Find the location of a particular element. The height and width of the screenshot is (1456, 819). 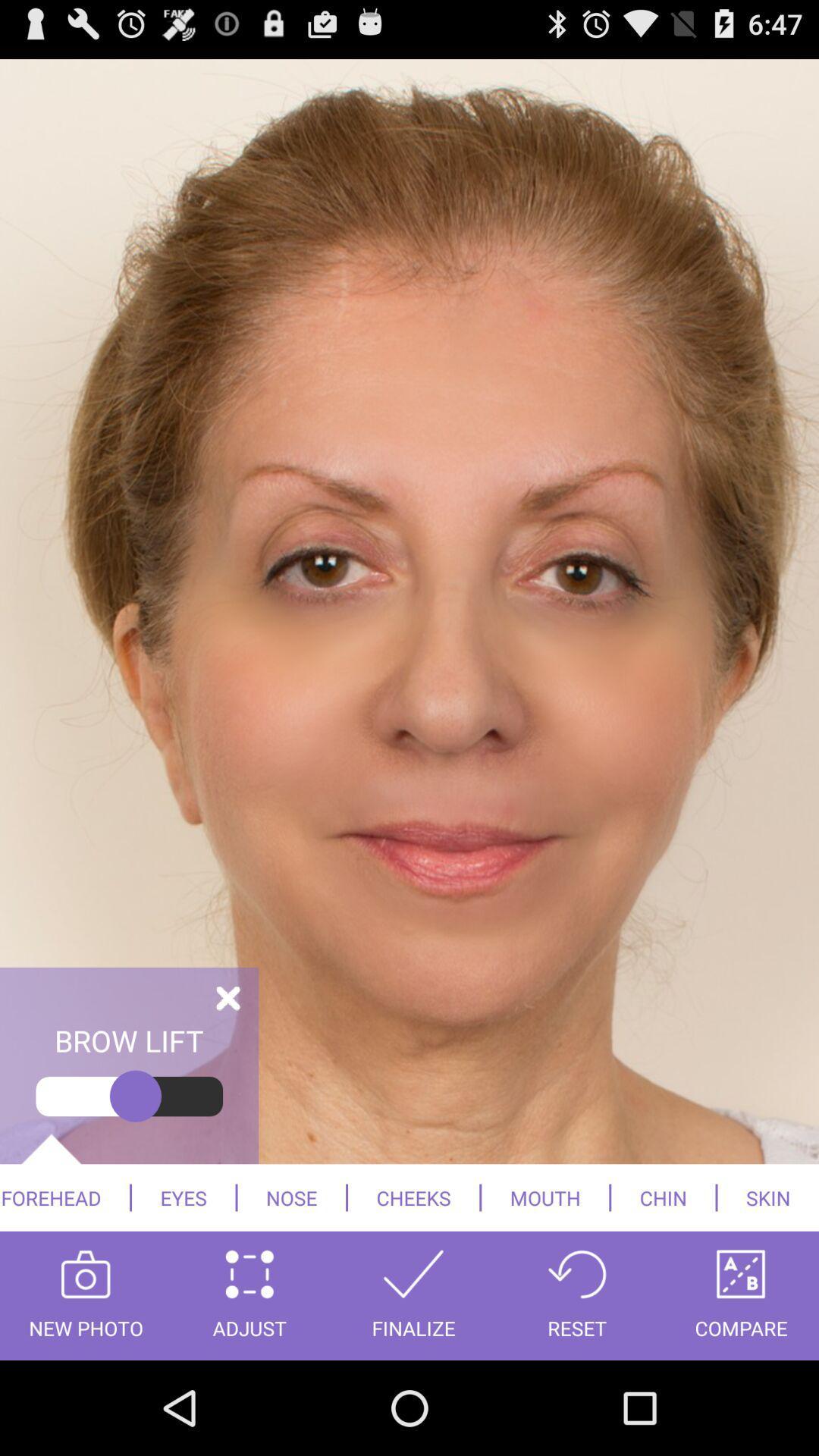

cheeks icon is located at coordinates (413, 1197).